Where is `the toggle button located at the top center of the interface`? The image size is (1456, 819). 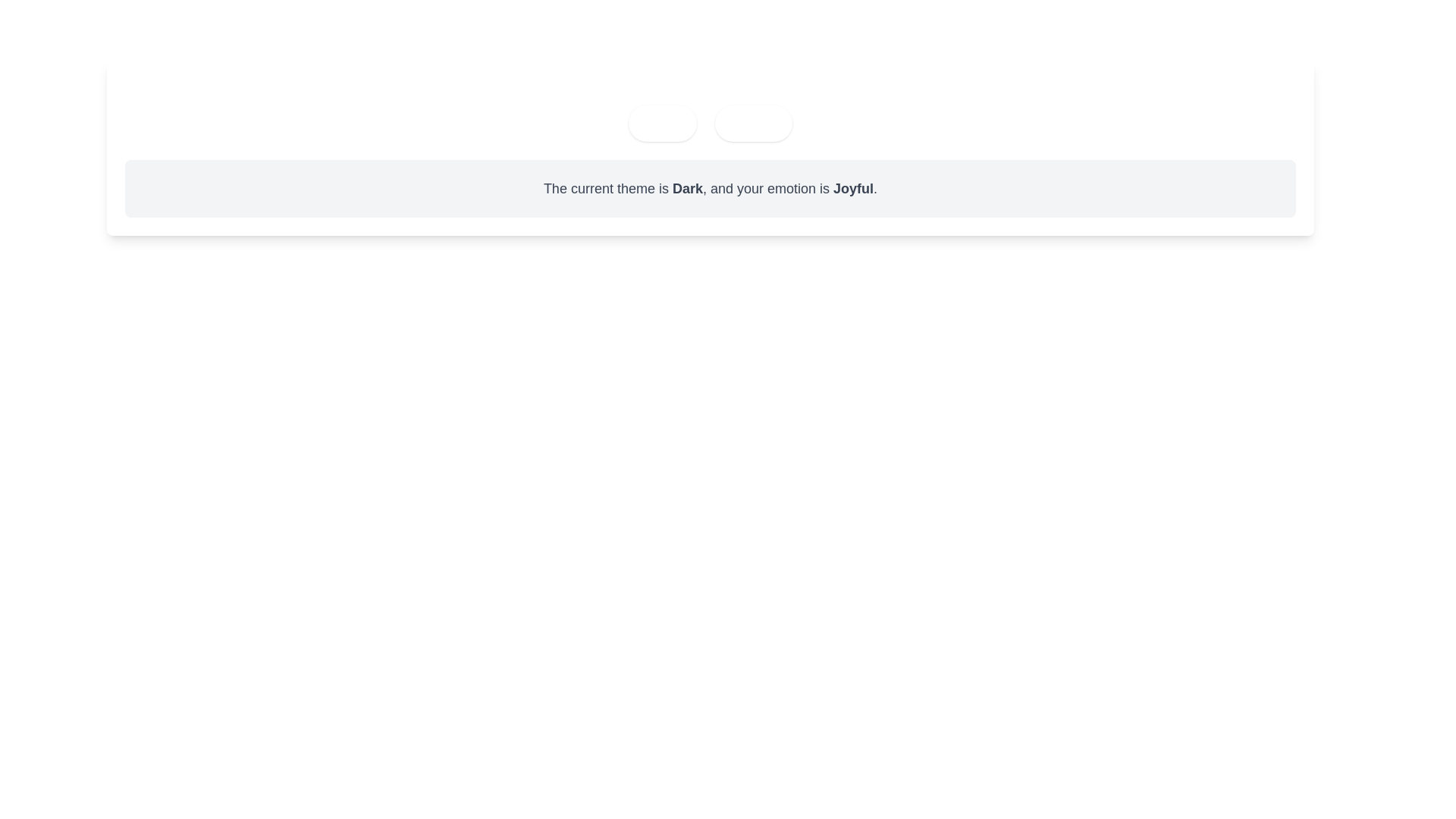 the toggle button located at the top center of the interface is located at coordinates (662, 122).